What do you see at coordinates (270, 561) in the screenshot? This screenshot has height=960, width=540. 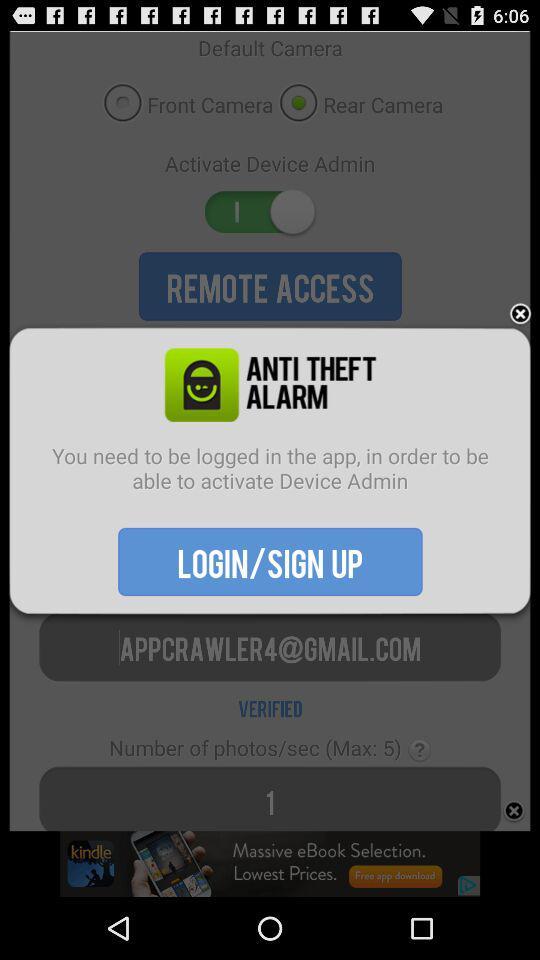 I see `the login/sign up icon` at bounding box center [270, 561].